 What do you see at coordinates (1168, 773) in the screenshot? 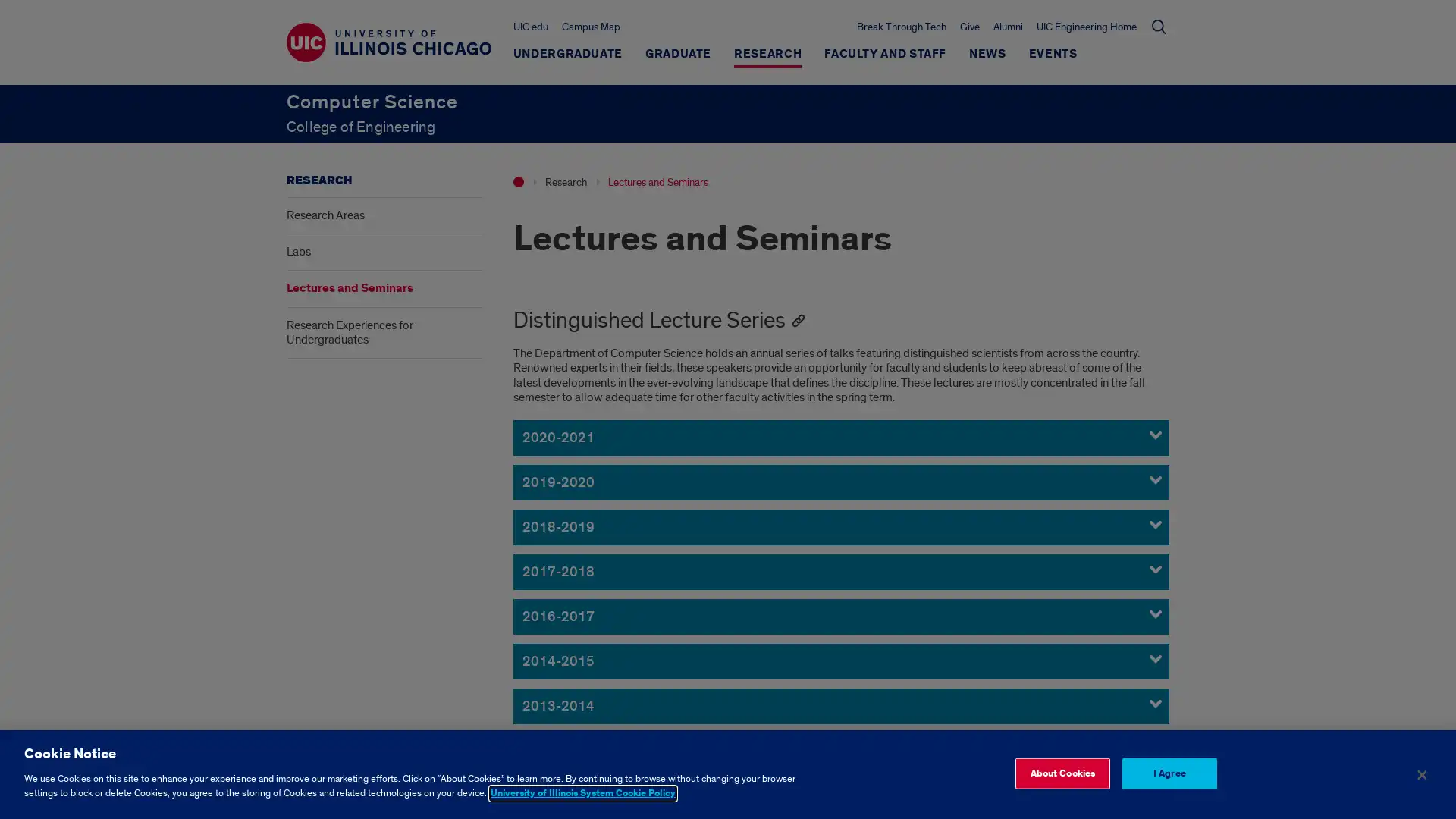
I see `I Agree` at bounding box center [1168, 773].